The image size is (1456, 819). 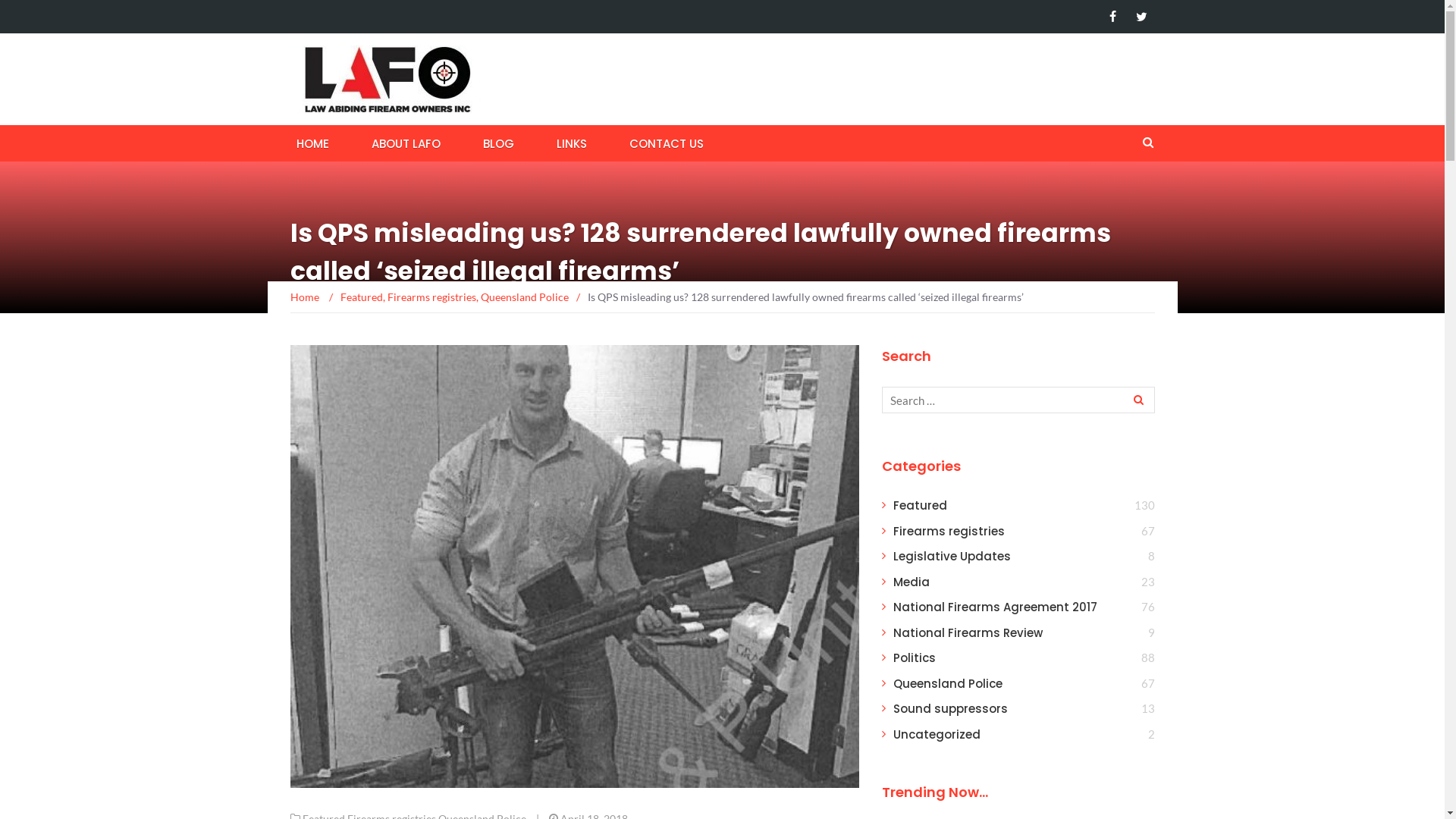 What do you see at coordinates (570, 143) in the screenshot?
I see `'LINKS'` at bounding box center [570, 143].